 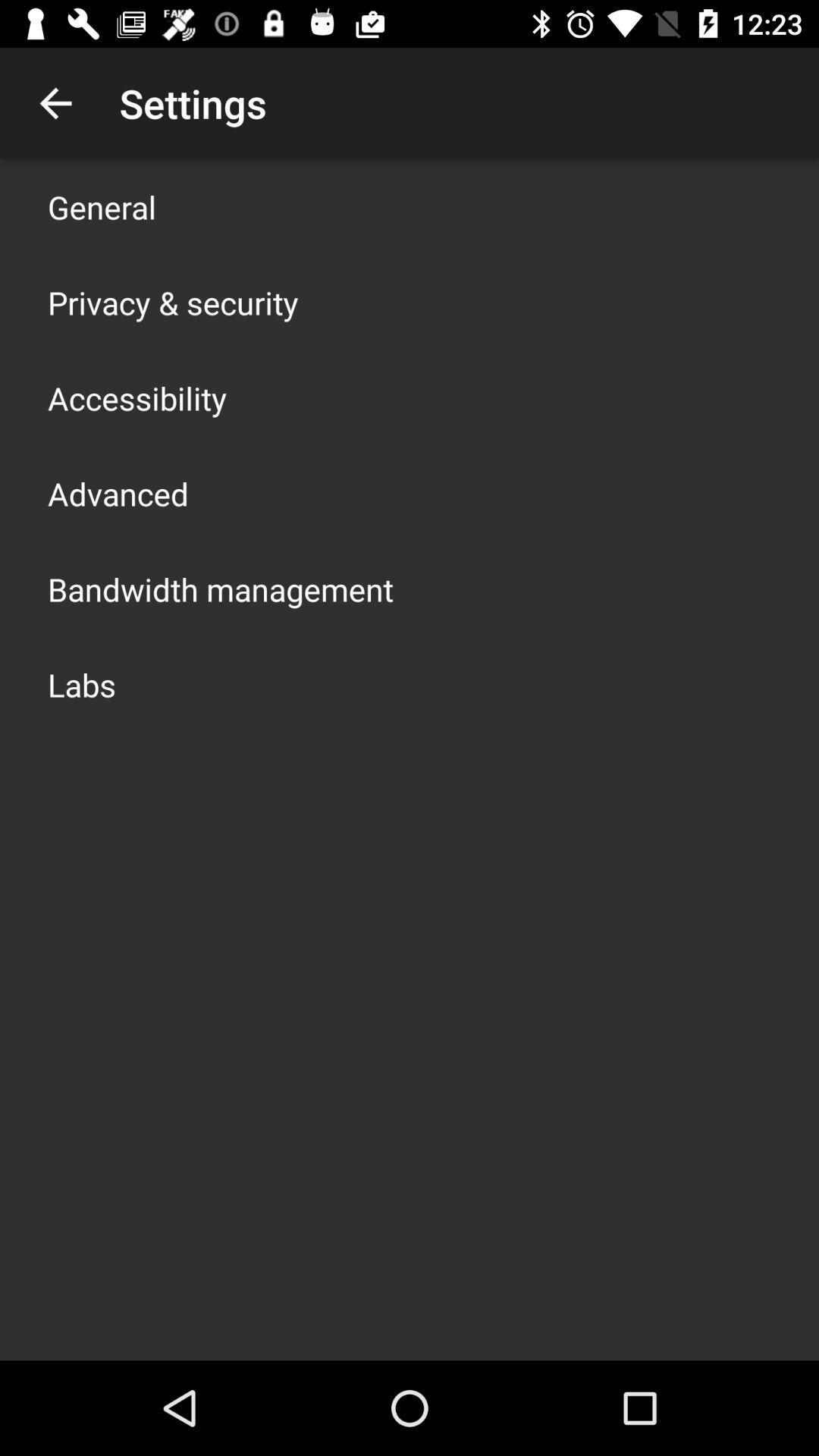 I want to click on icon above the bandwidth management, so click(x=117, y=494).